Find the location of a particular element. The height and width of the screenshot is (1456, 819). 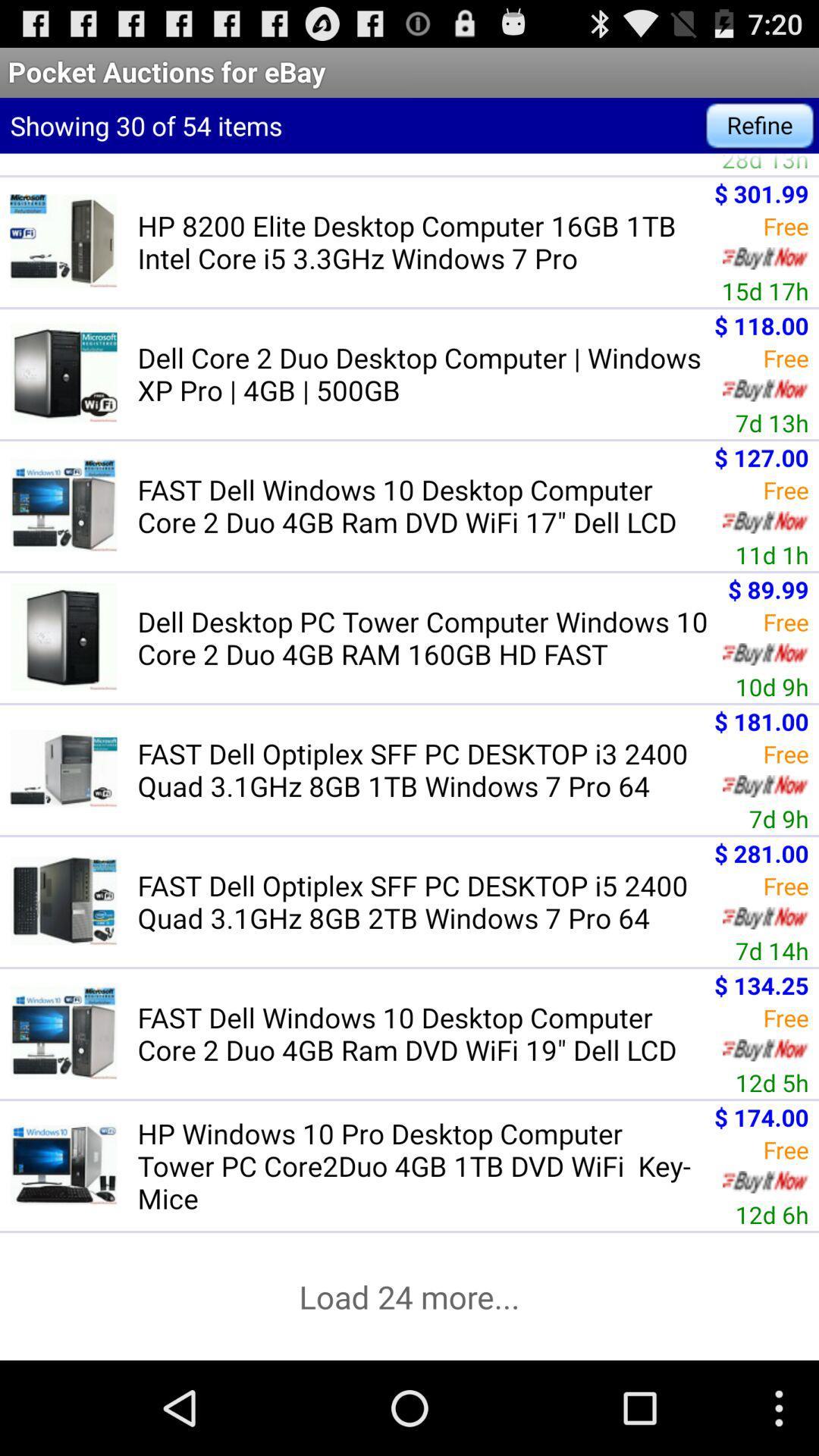

app above the $ 134.25 item is located at coordinates (772, 949).